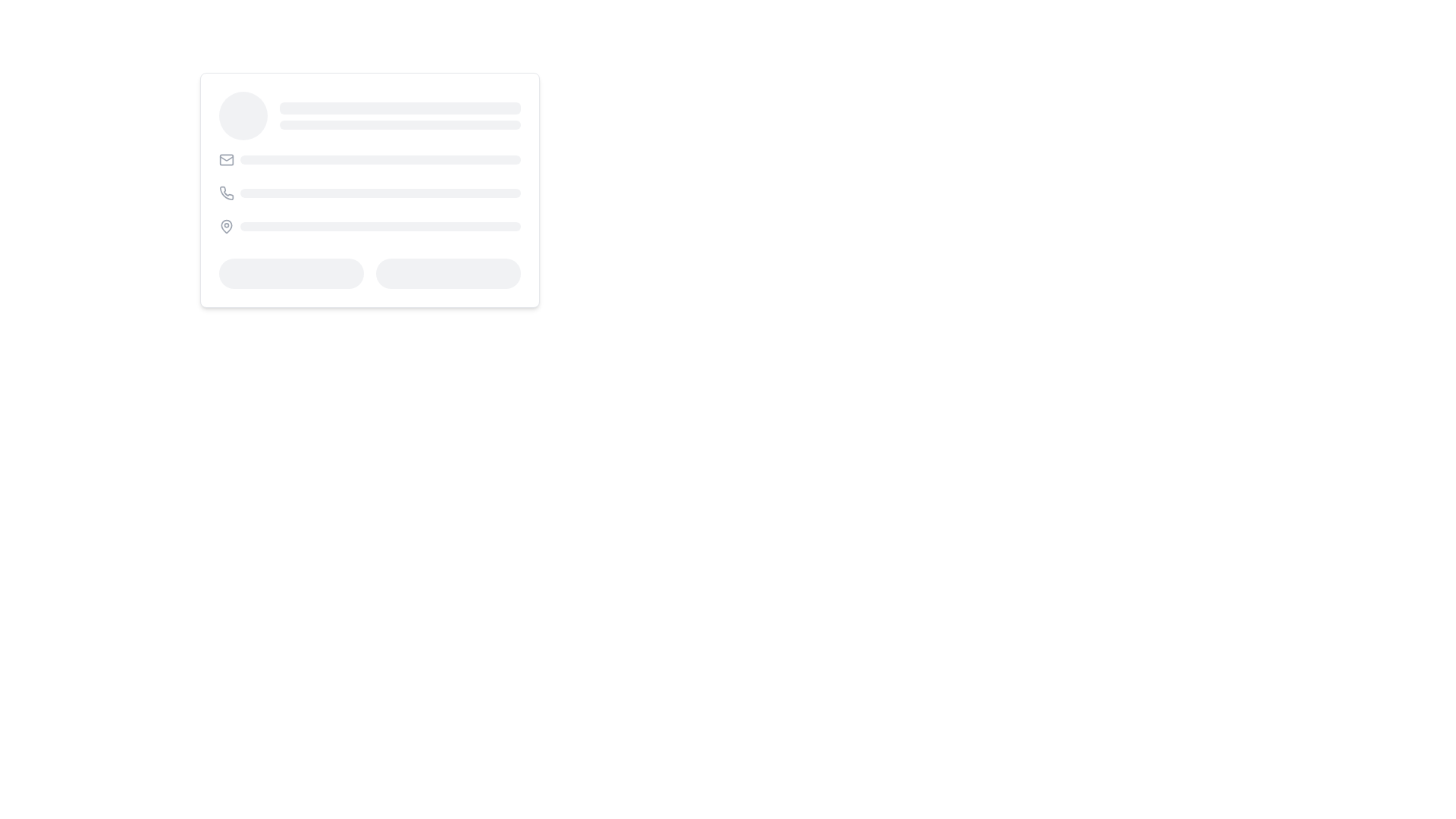  I want to click on email-related placeholder UI component, which is represented by an icon and has a grayed-out appearance, indicating it may be inactive or loading, so click(370, 160).